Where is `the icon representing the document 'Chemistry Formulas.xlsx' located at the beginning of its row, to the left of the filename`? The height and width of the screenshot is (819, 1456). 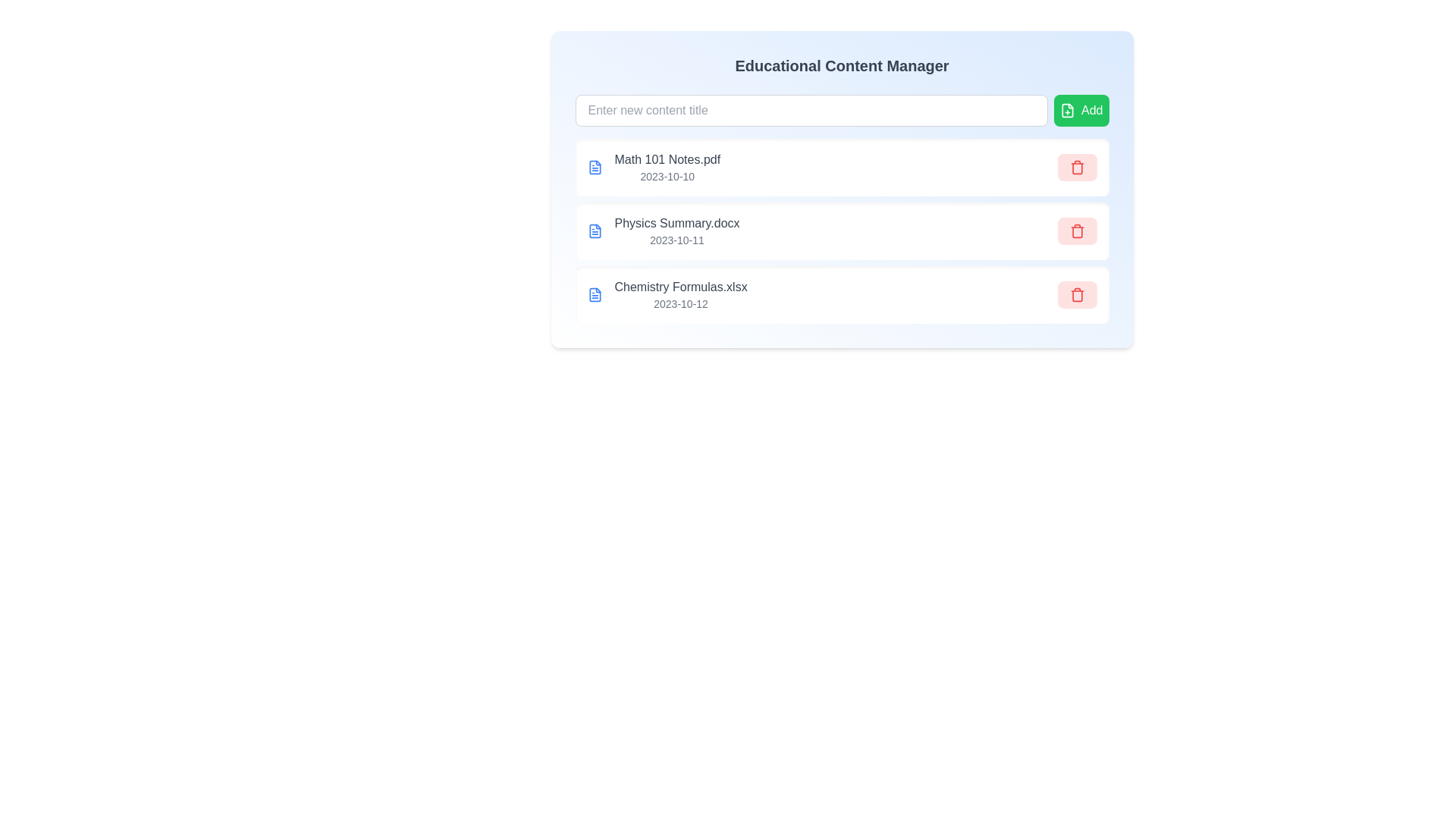
the icon representing the document 'Chemistry Formulas.xlsx' located at the beginning of its row, to the left of the filename is located at coordinates (594, 295).